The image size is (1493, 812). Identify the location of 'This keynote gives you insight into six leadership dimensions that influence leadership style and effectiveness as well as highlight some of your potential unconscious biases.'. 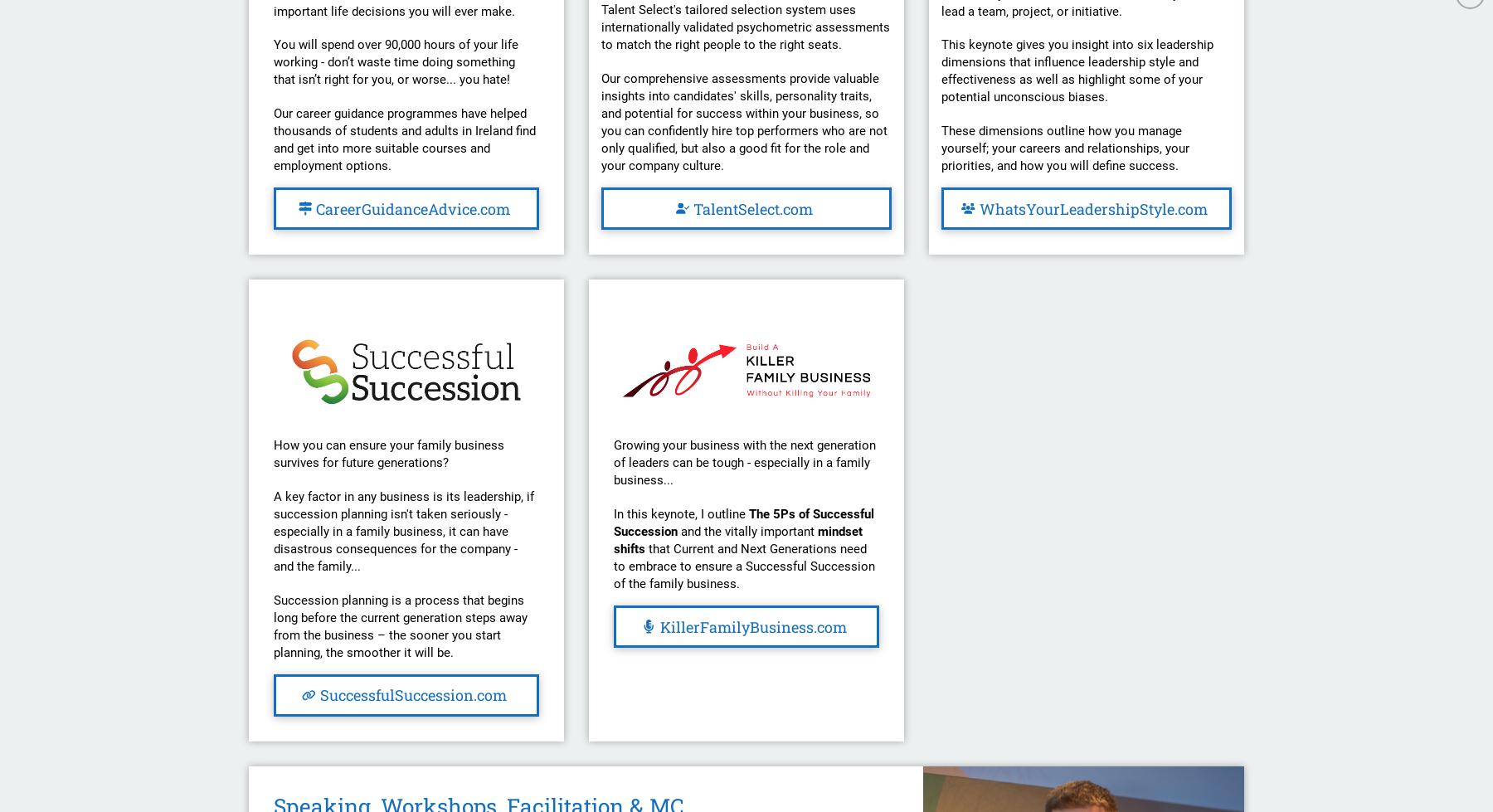
(940, 71).